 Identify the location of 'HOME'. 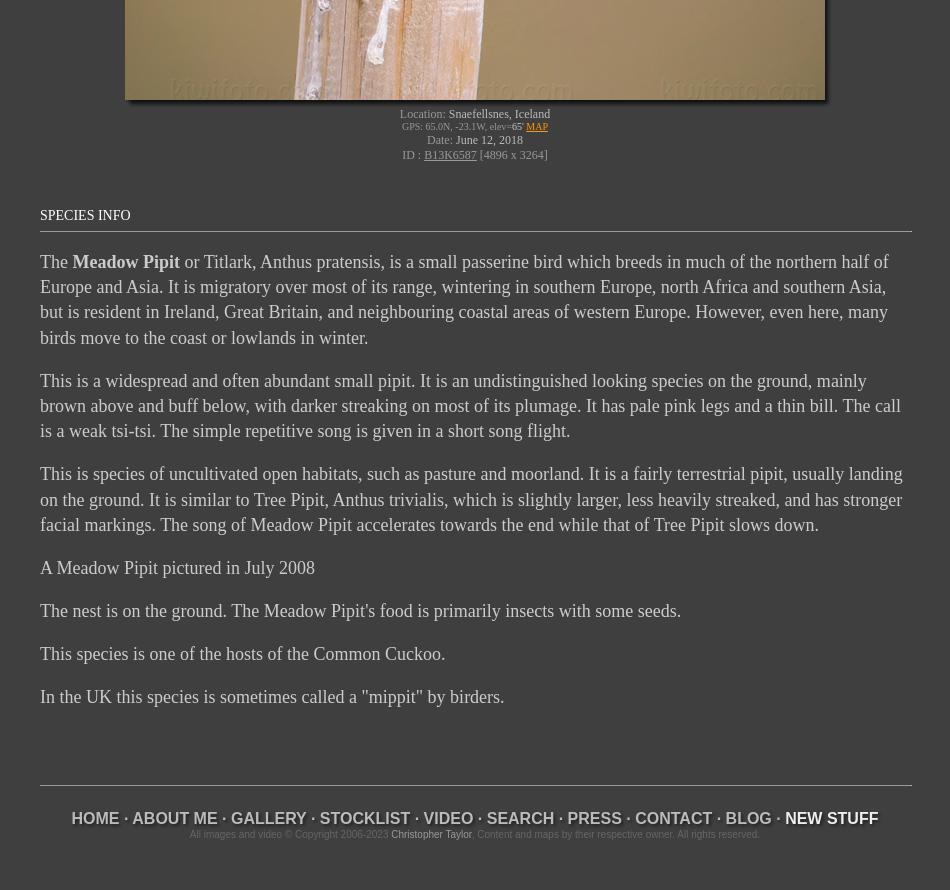
(95, 817).